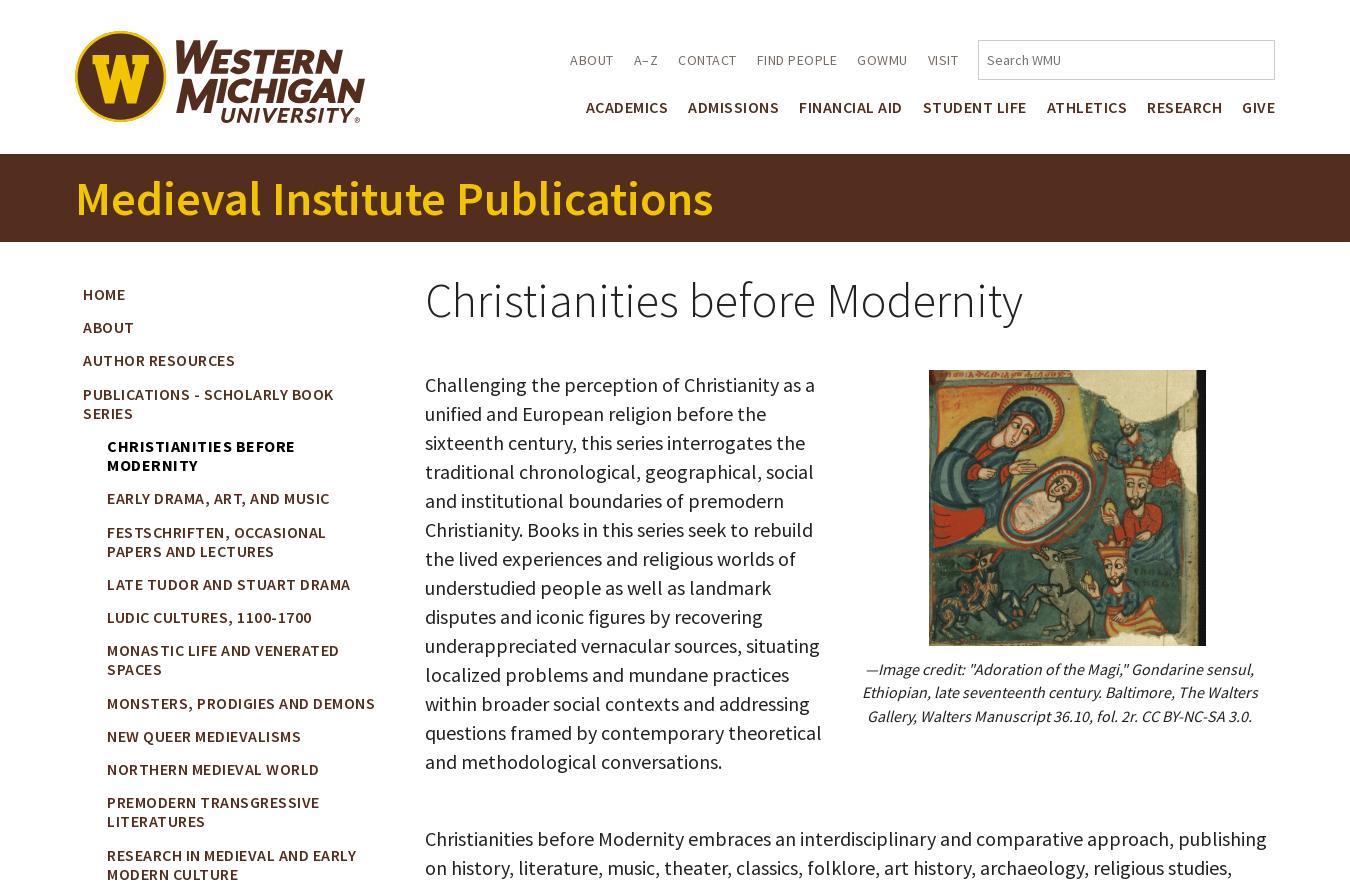 The width and height of the screenshot is (1350, 887). I want to click on 'Challenging the perception of Christianity as a unified and European religion before the sixteenth century, this series interrogates the traditional chronological, geographical, social and institutional boundaries of premodern Christianity. Books in this series seek to rebuild the lived experiences and religious worlds of understudied people as well as landmark disputes and iconic figures by recovering underappreciated vernacular sources, situating localized problems and mundane practices within broader social contexts and addressing questions framed by contemporary theoretical and methodological conversations.', so click(623, 571).